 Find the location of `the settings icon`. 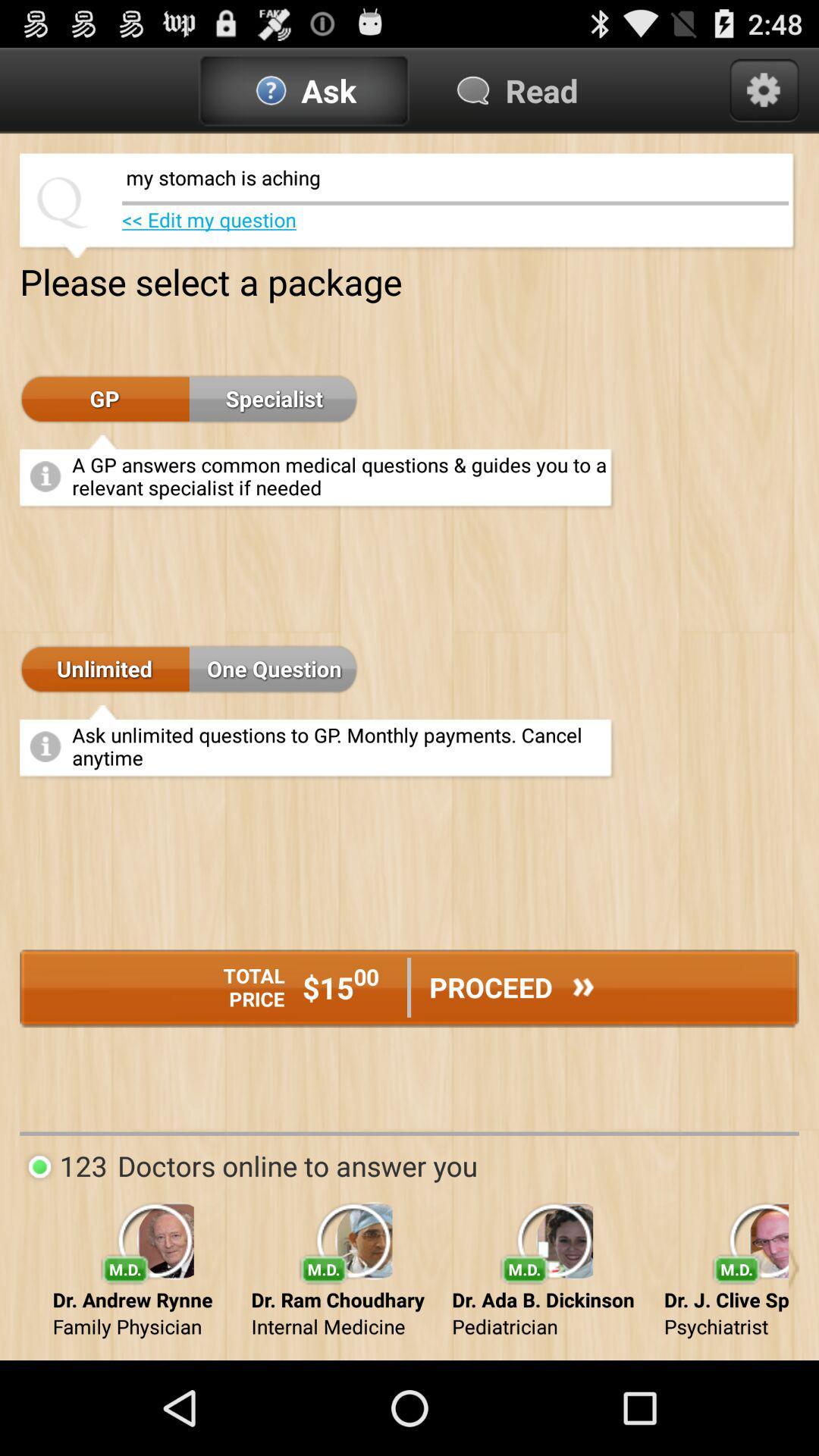

the settings icon is located at coordinates (764, 96).